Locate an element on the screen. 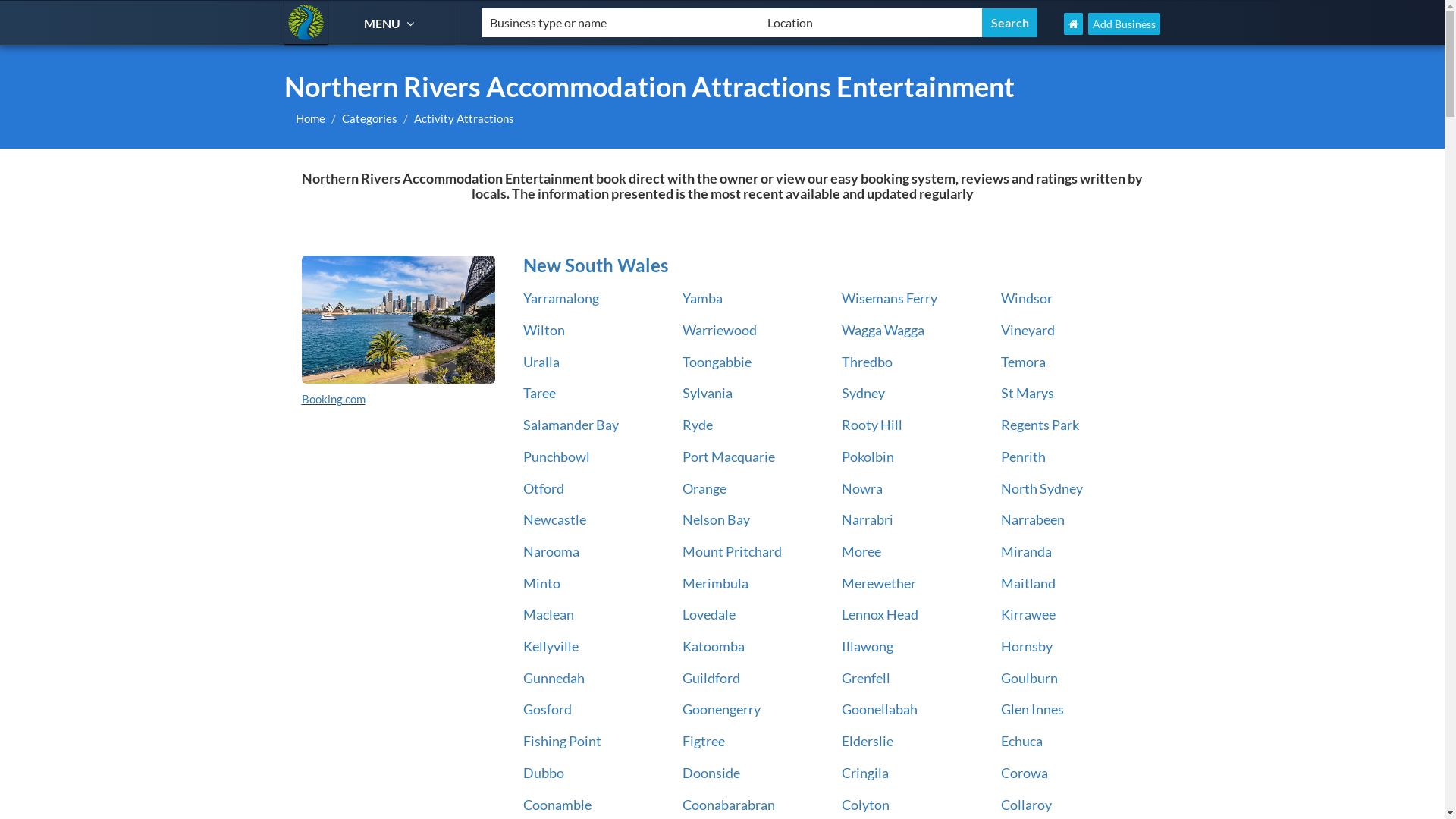 Image resolution: width=1456 pixels, height=819 pixels. 'Temora' is located at coordinates (1001, 362).